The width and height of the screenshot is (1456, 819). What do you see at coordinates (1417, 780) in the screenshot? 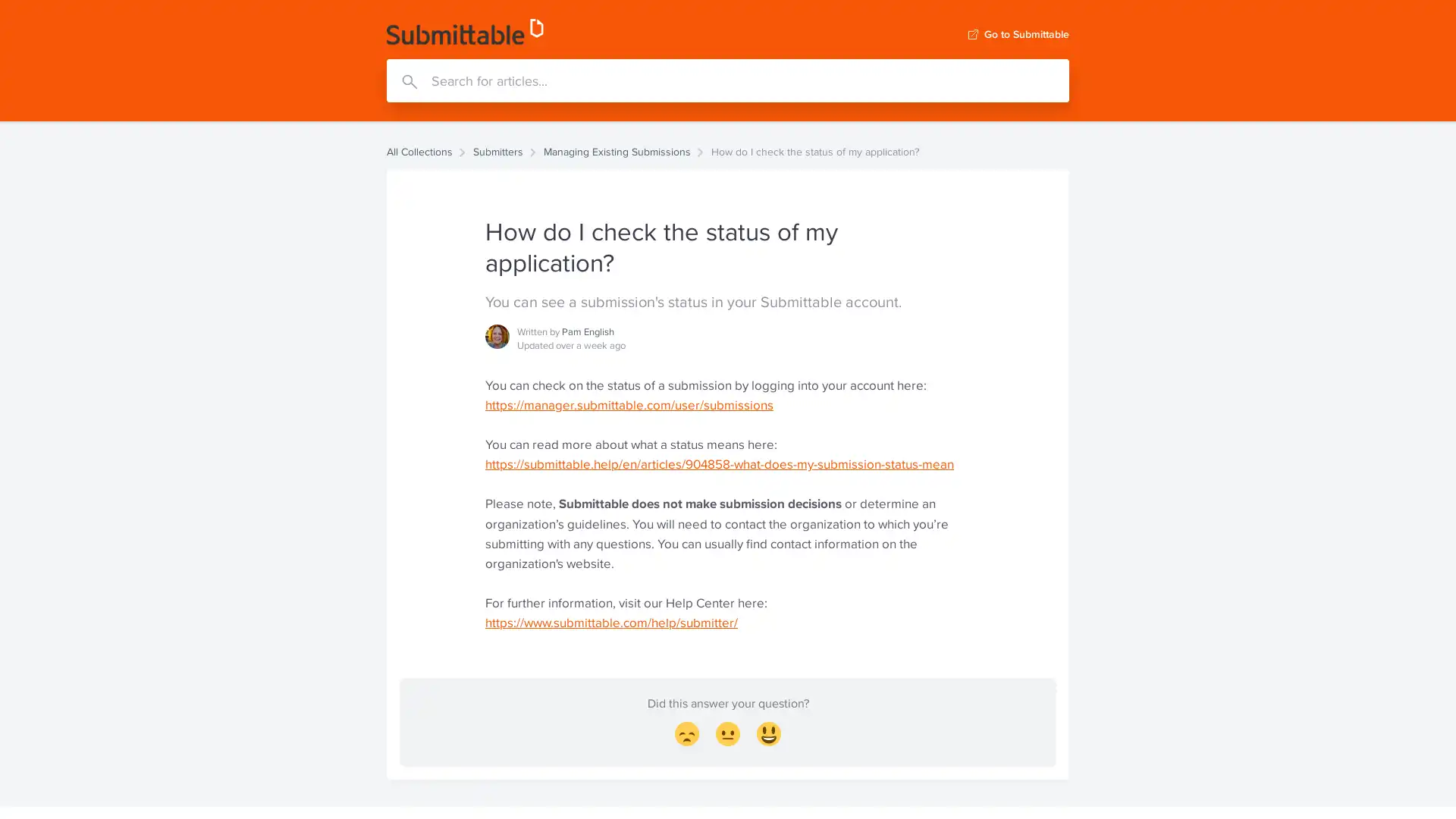
I see `Open Intercom Messenger` at bounding box center [1417, 780].